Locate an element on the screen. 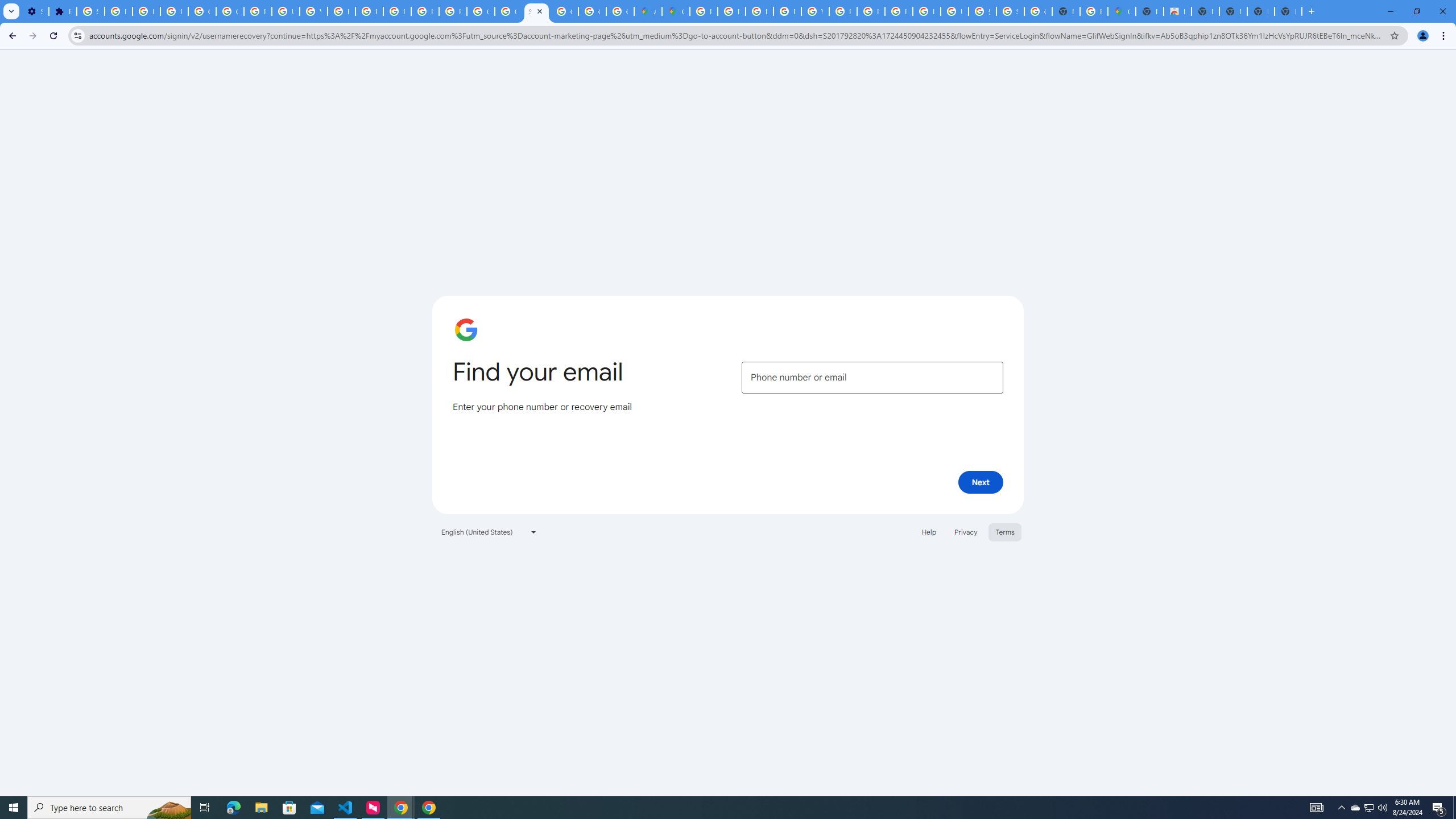 The image size is (1456, 819). 'Terms' is located at coordinates (1004, 531).